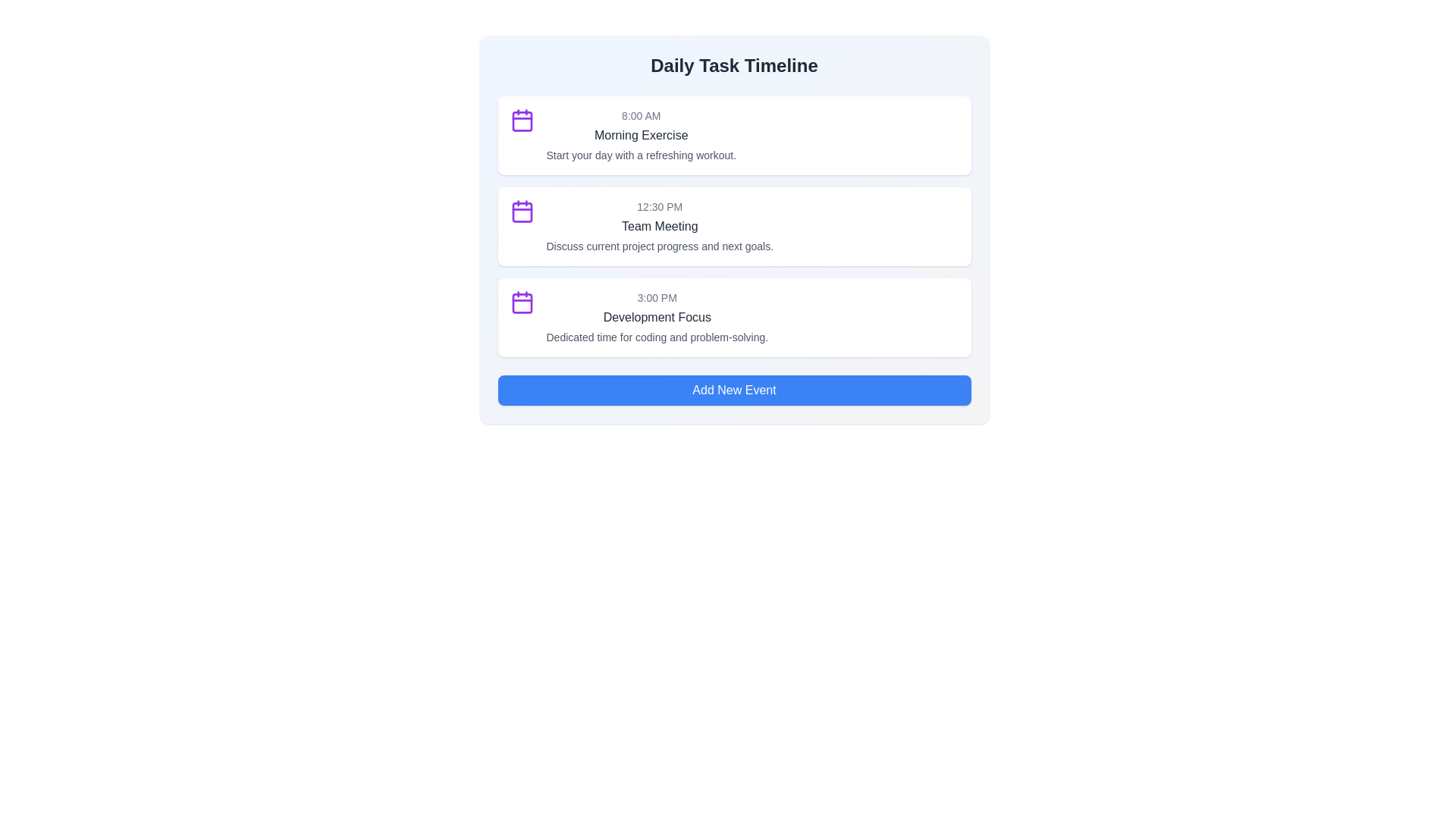 The width and height of the screenshot is (1456, 819). What do you see at coordinates (522, 302) in the screenshot?
I see `the calendar icon located on the left-hand side of the '3:00 PM - Development Focus' event entry in the vertical list` at bounding box center [522, 302].